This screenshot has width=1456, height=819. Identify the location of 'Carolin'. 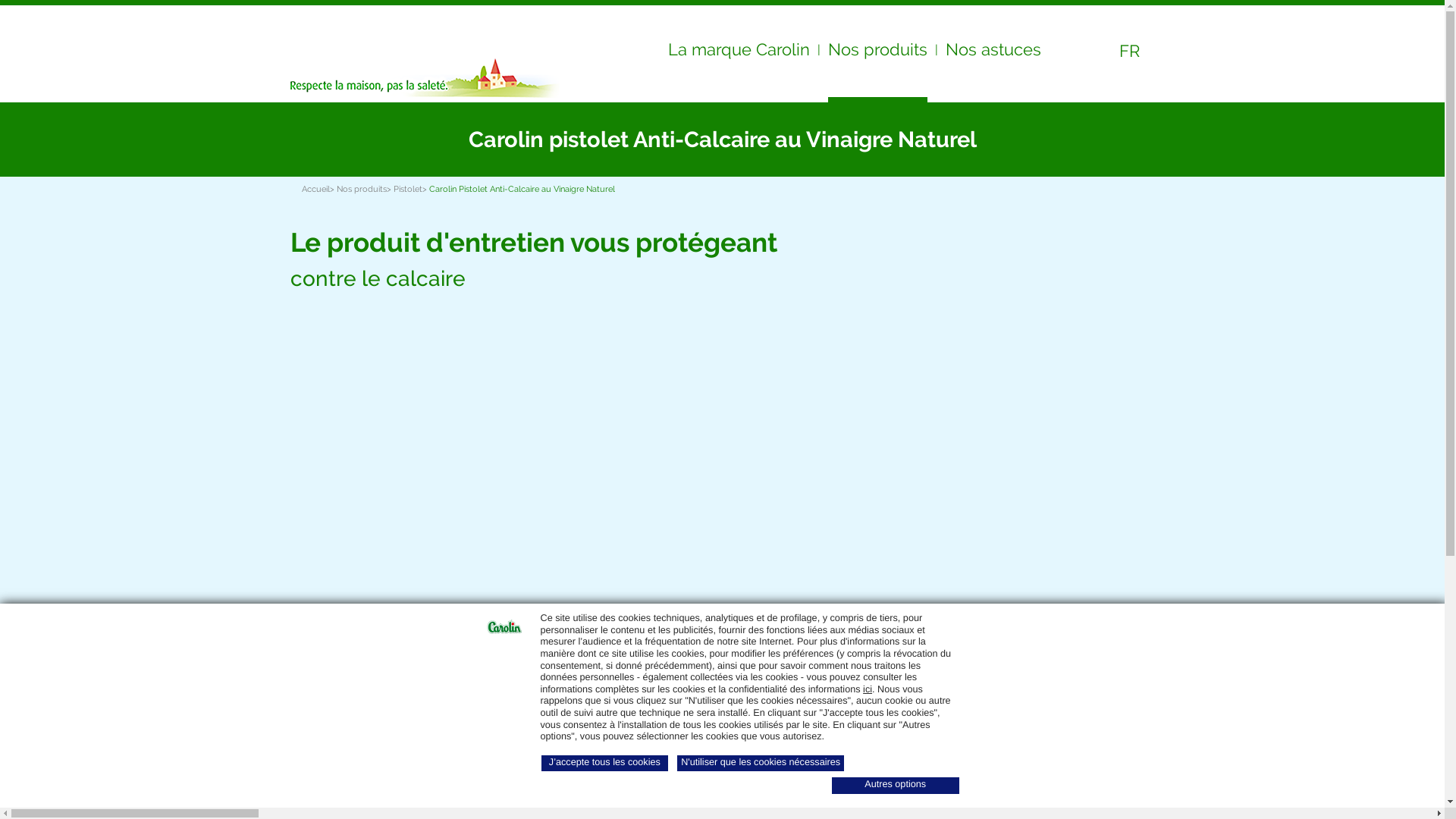
(362, 43).